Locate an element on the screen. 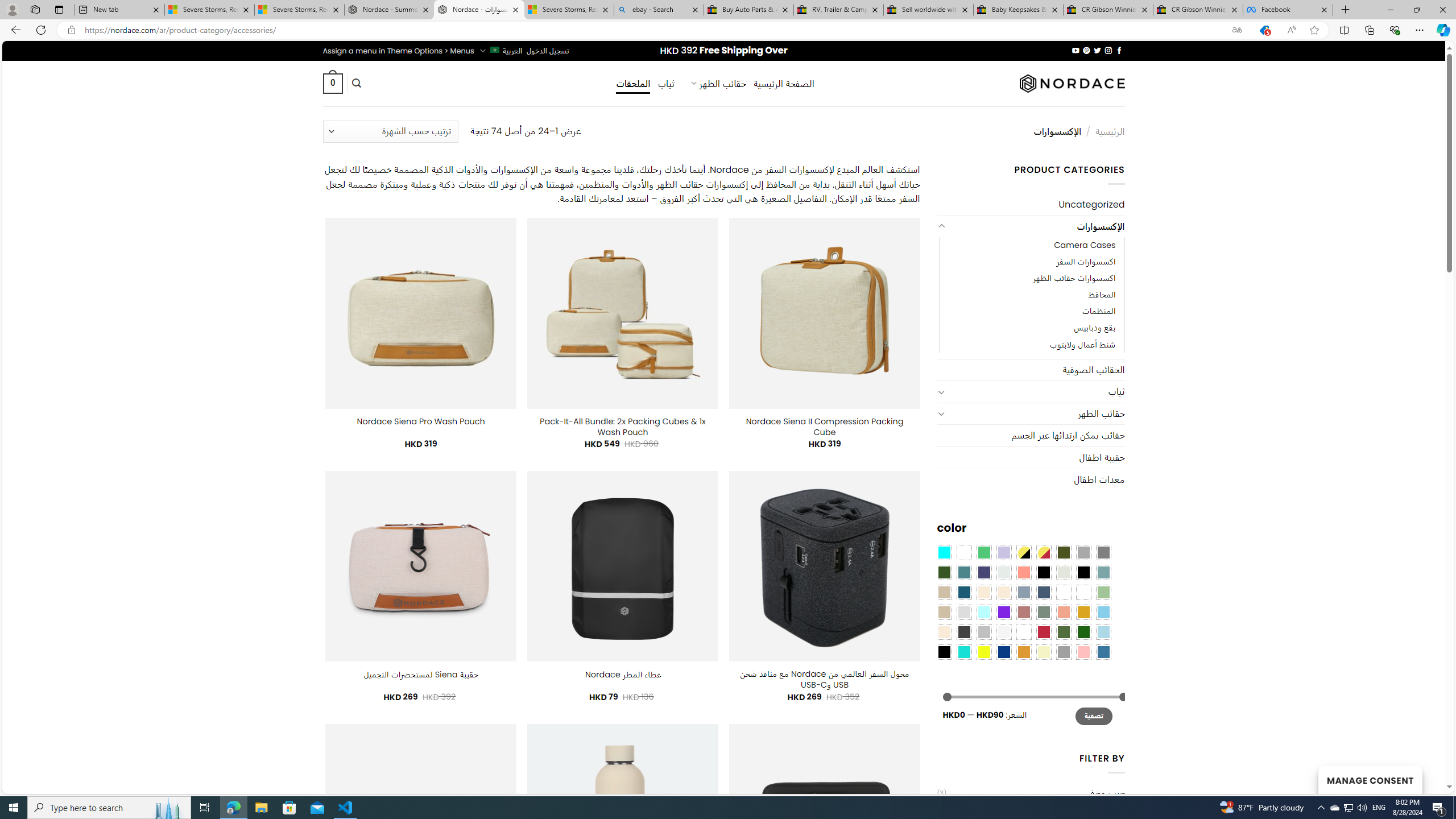  'Camera Cases' is located at coordinates (1031, 246).